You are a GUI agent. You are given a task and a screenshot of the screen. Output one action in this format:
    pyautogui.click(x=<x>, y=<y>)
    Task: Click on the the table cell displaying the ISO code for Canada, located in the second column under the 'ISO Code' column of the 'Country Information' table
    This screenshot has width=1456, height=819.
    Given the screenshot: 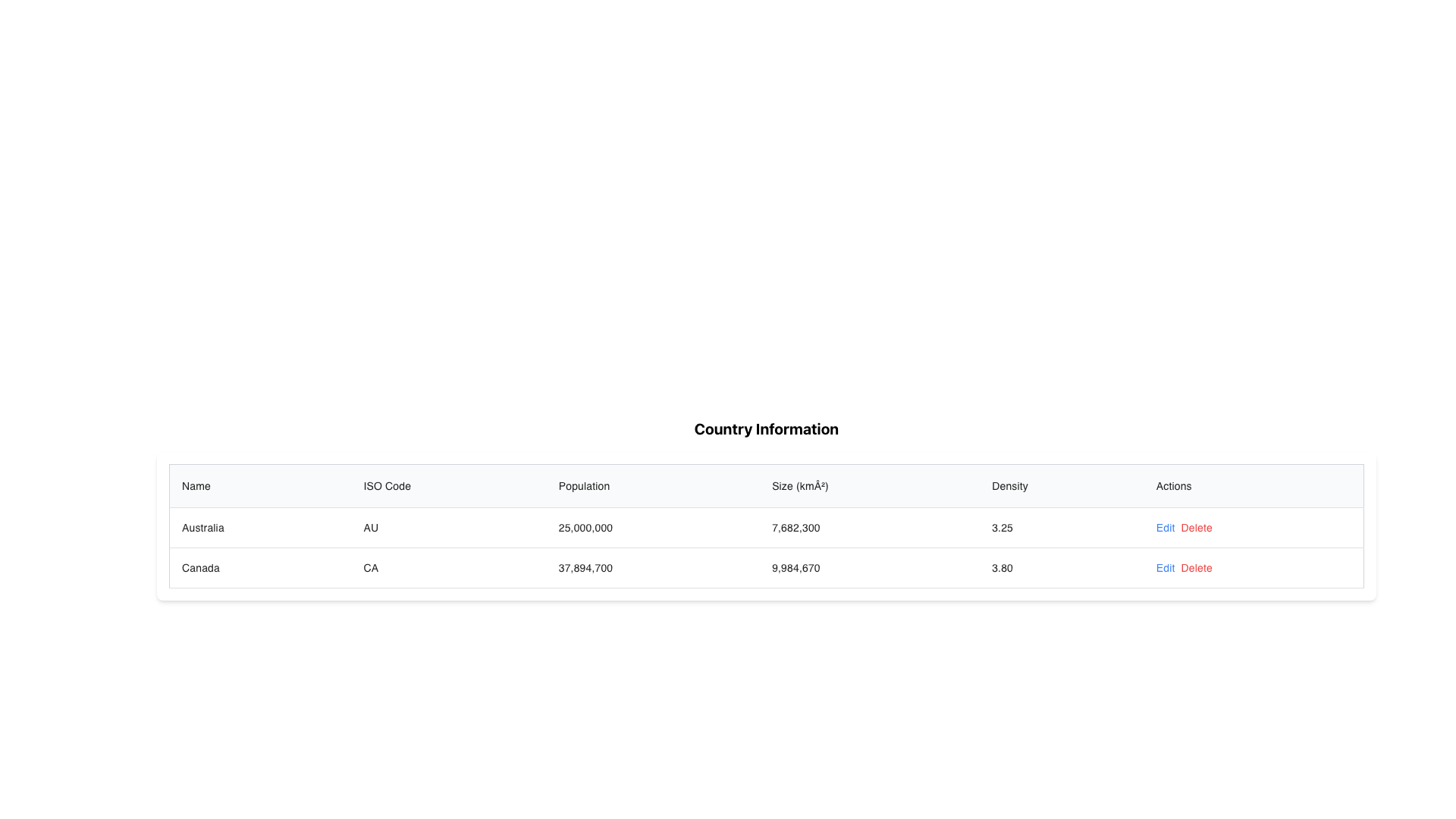 What is the action you would take?
    pyautogui.click(x=448, y=567)
    